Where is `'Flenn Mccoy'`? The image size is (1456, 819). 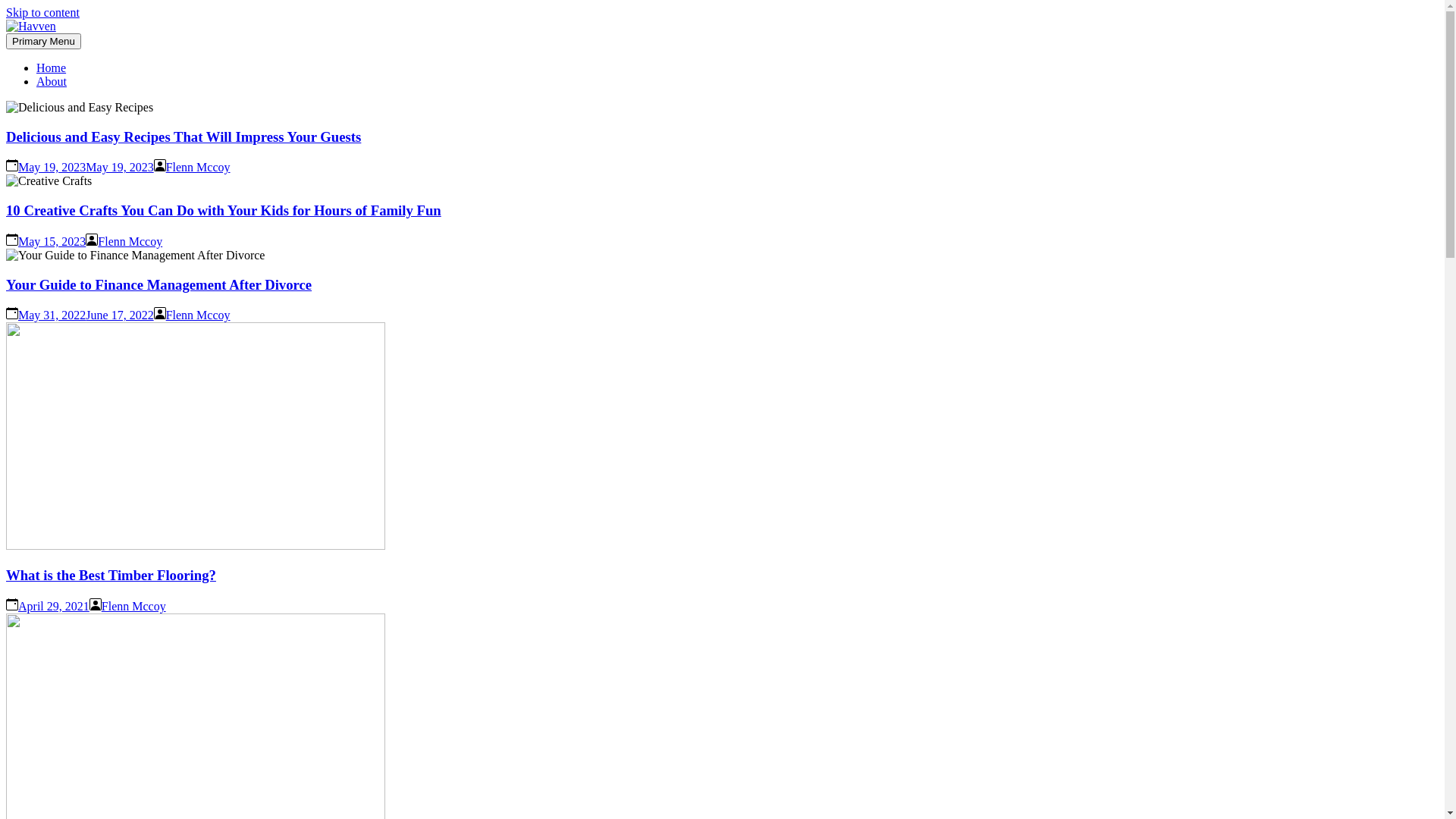 'Flenn Mccoy' is located at coordinates (166, 167).